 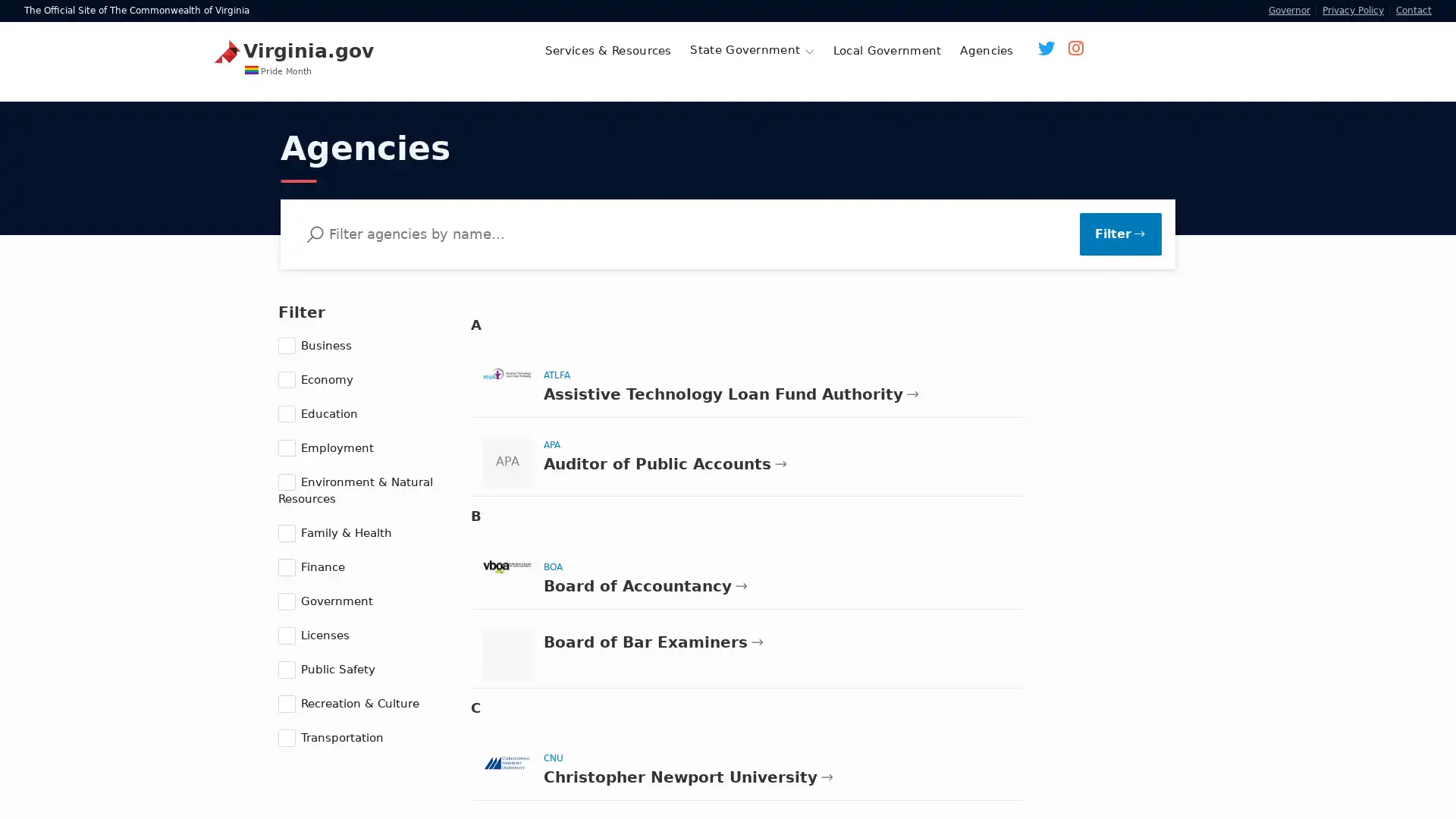 I want to click on Filter Results, so click(x=1121, y=234).